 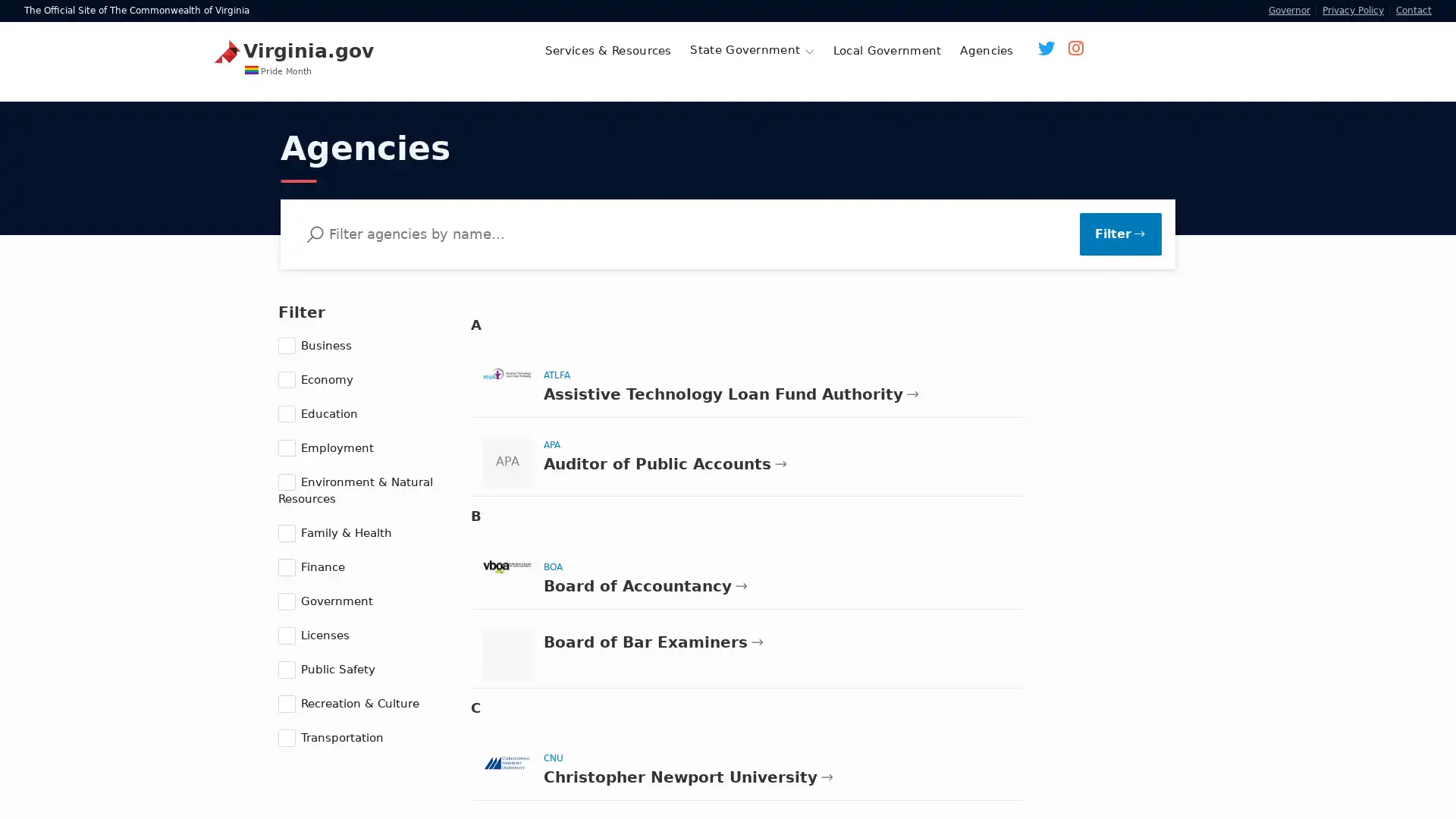 I want to click on Filter Results, so click(x=1121, y=234).